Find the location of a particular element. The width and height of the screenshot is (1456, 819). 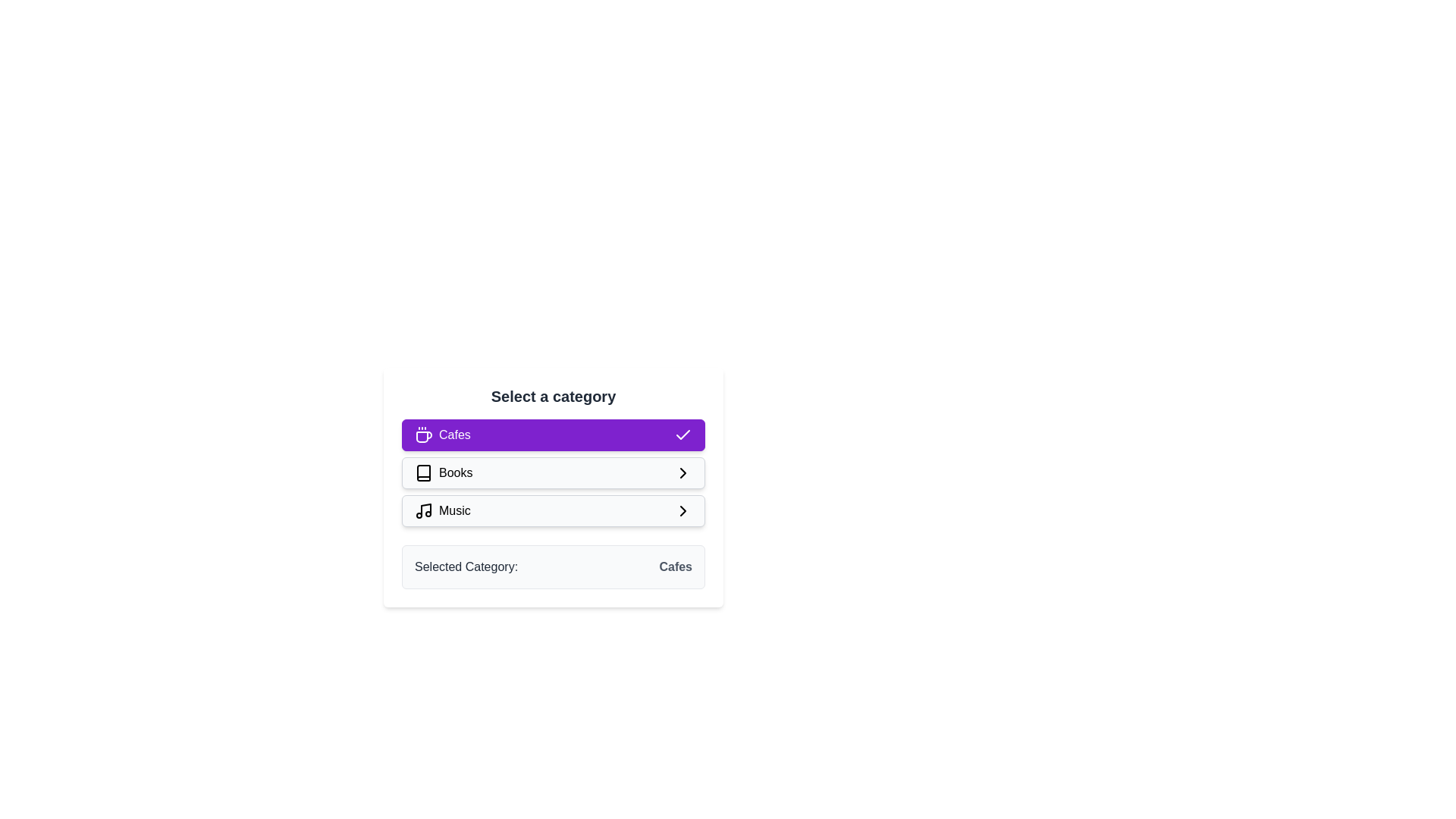

the selected state icon of the 'Cafes' button, which is positioned on the far-right side and aligns with the purple background is located at coordinates (682, 435).